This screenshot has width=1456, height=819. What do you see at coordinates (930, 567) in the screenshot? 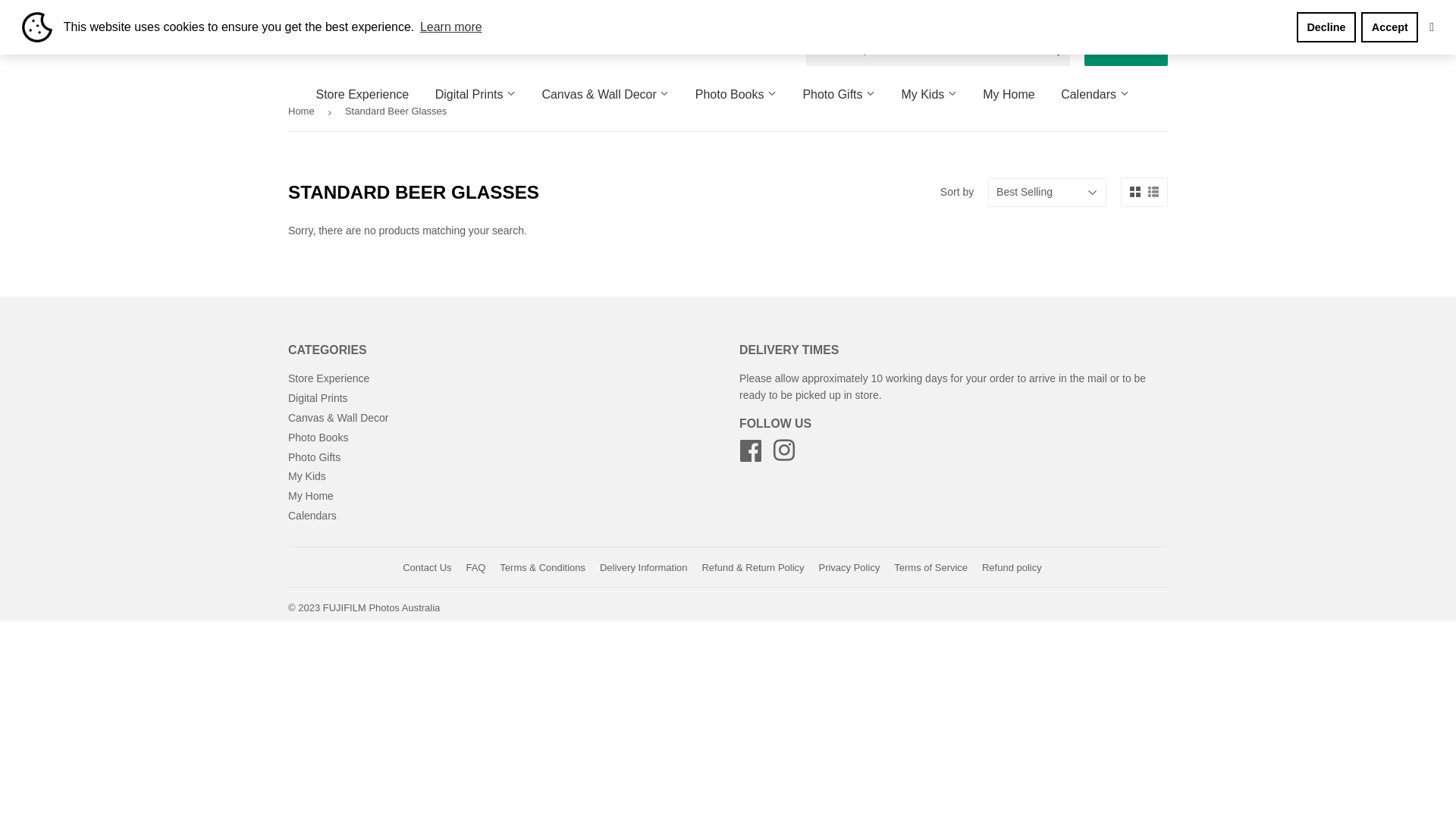
I see `'Terms of Service'` at bounding box center [930, 567].